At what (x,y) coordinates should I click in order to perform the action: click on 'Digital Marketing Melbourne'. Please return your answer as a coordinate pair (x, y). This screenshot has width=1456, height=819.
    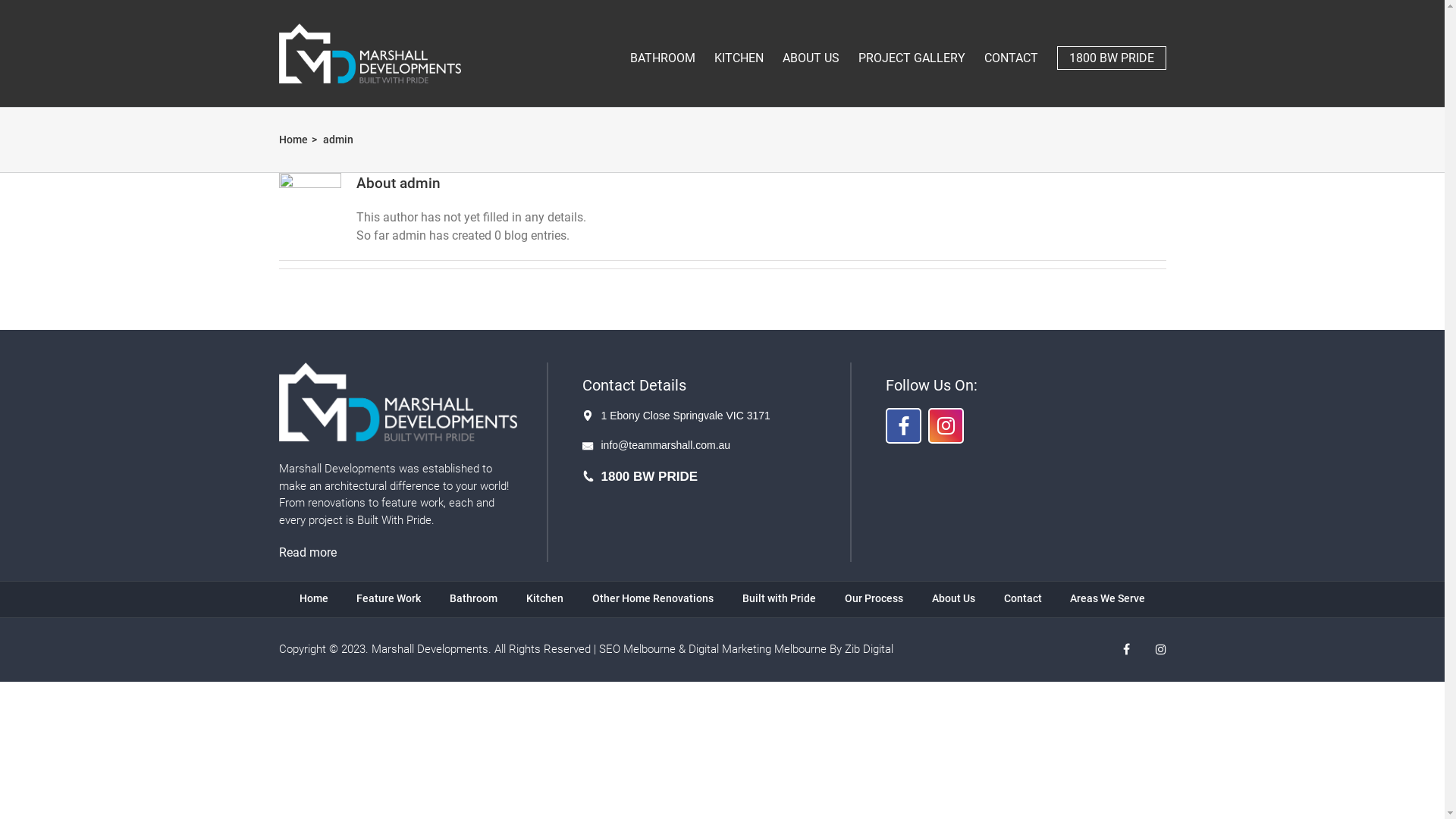
    Looking at the image, I should click on (757, 648).